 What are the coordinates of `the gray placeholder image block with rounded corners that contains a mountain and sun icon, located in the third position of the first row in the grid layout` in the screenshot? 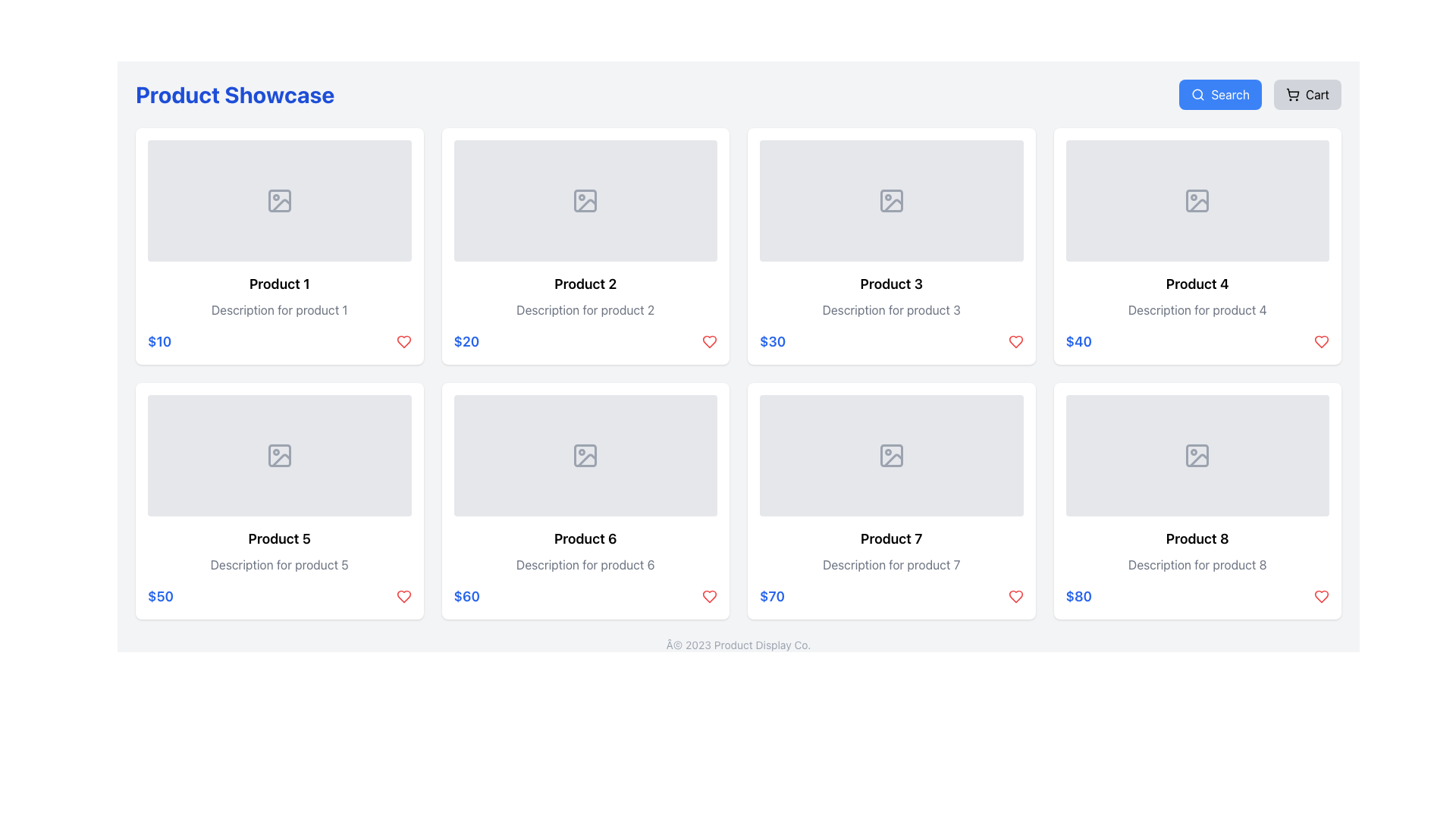 It's located at (891, 200).